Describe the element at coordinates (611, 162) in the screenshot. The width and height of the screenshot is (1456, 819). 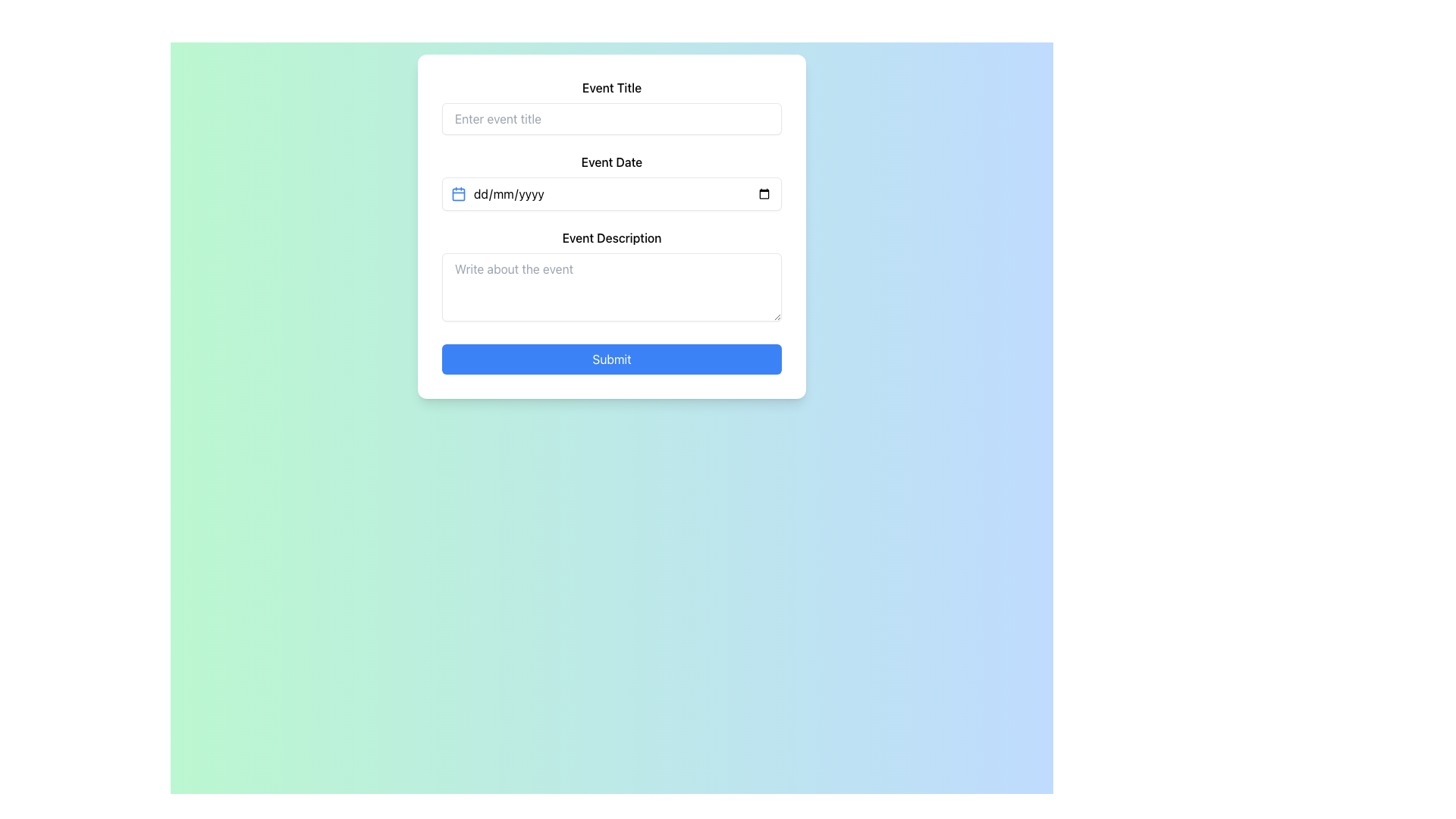
I see `the 'Event Date' static text label, which is styled in a medium-sized, bold font and located above the date input field in a card-like form interface` at that location.